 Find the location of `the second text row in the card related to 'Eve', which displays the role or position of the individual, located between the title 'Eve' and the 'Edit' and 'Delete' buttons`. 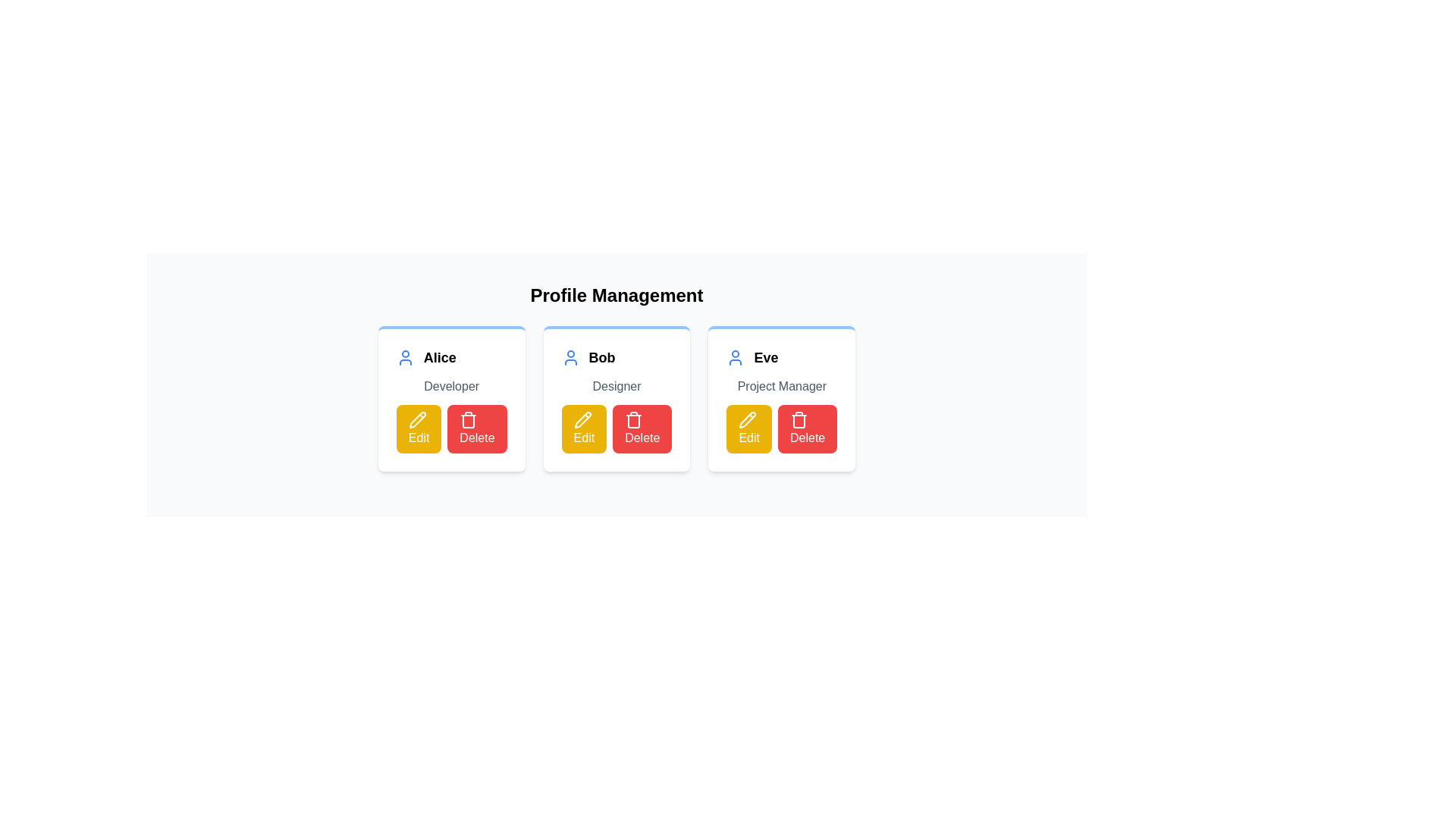

the second text row in the card related to 'Eve', which displays the role or position of the individual, located between the title 'Eve' and the 'Edit' and 'Delete' buttons is located at coordinates (782, 385).